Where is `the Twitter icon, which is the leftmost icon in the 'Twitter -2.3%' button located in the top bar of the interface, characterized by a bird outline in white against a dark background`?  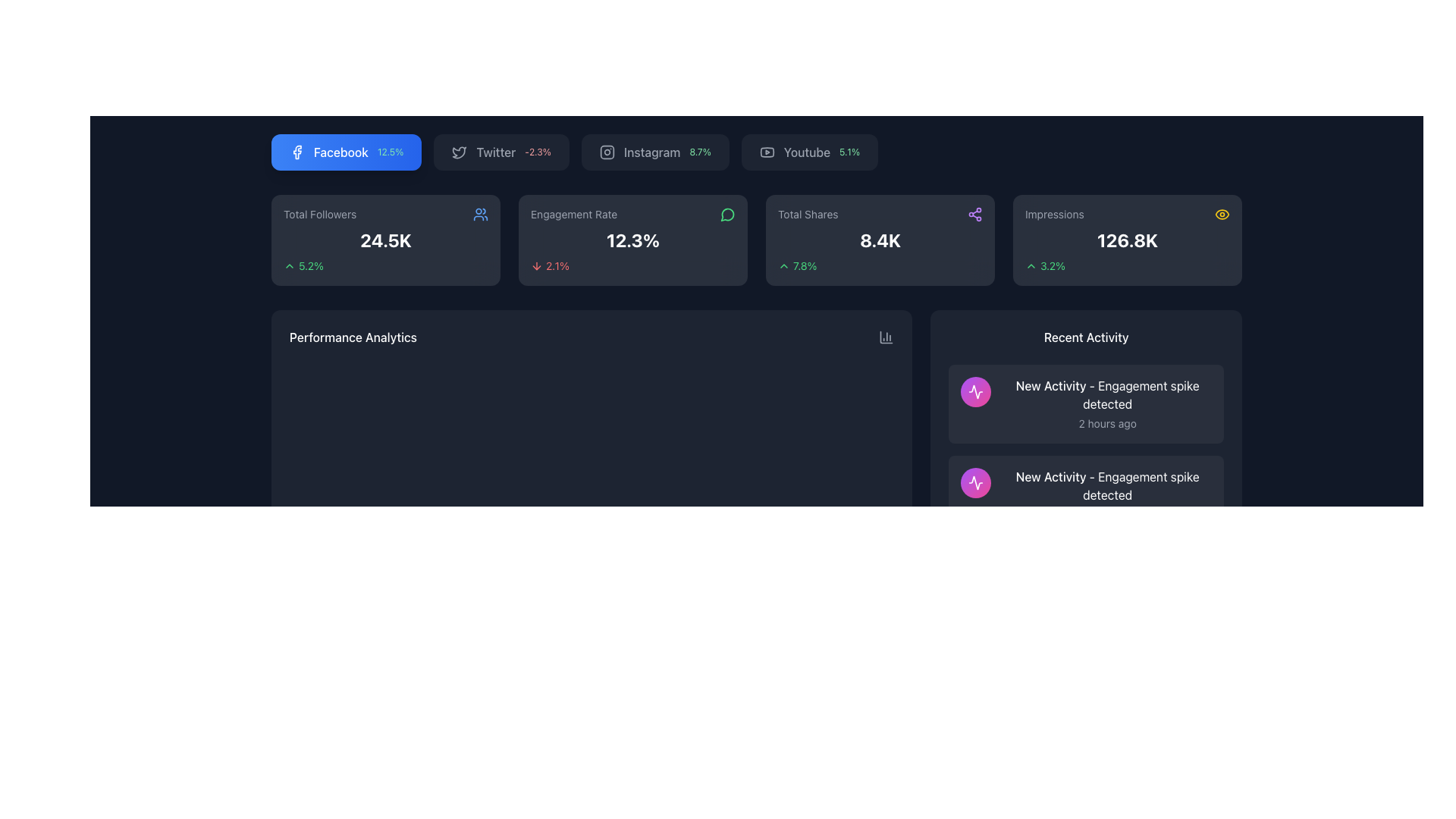 the Twitter icon, which is the leftmost icon in the 'Twitter -2.3%' button located in the top bar of the interface, characterized by a bird outline in white against a dark background is located at coordinates (459, 152).